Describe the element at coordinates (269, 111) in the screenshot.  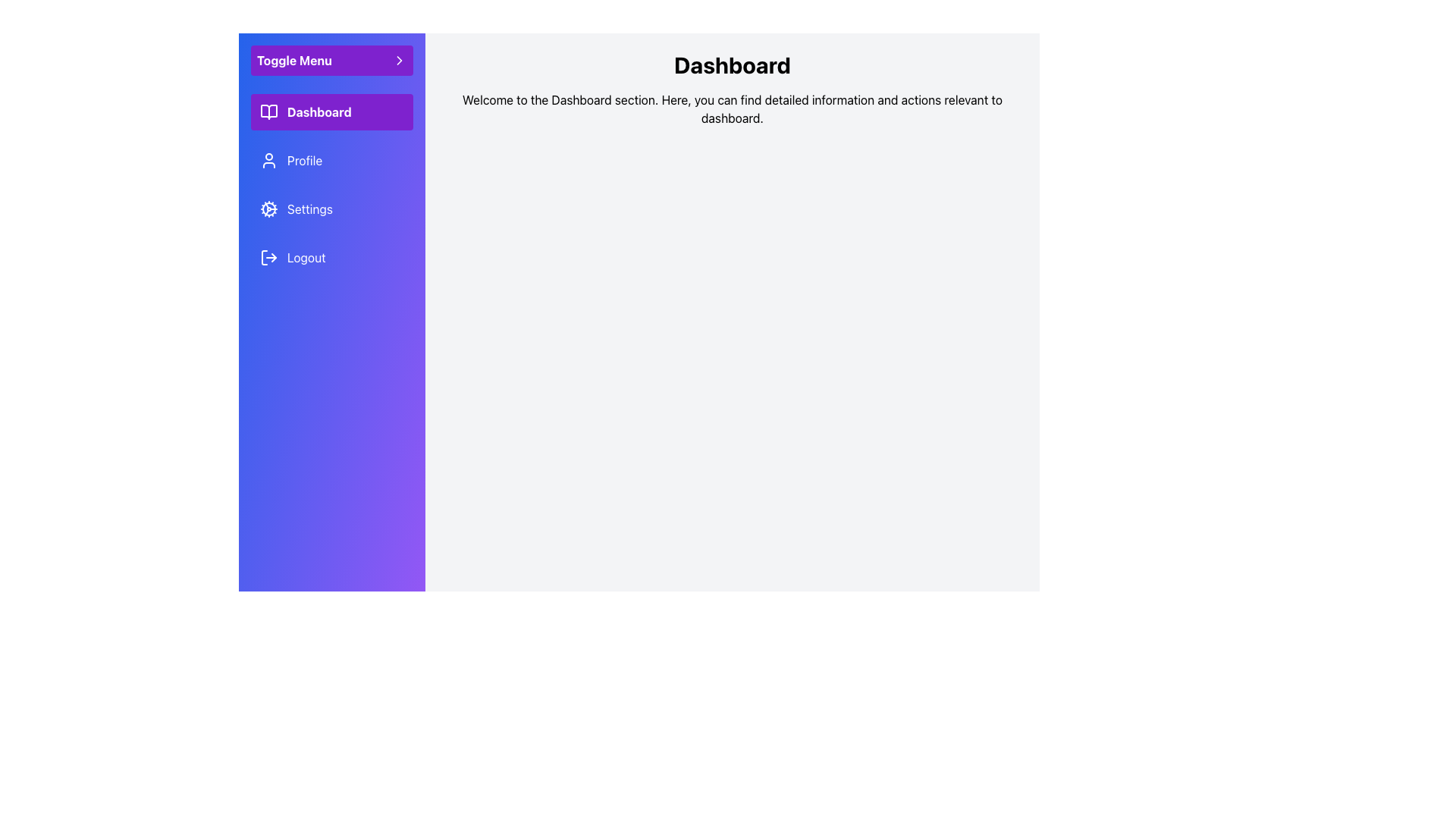
I see `the SVG graphical element depicting the left side of the book's open pages, which is part of the purple 'Dashboard' button in the vertical navigation bar` at that location.